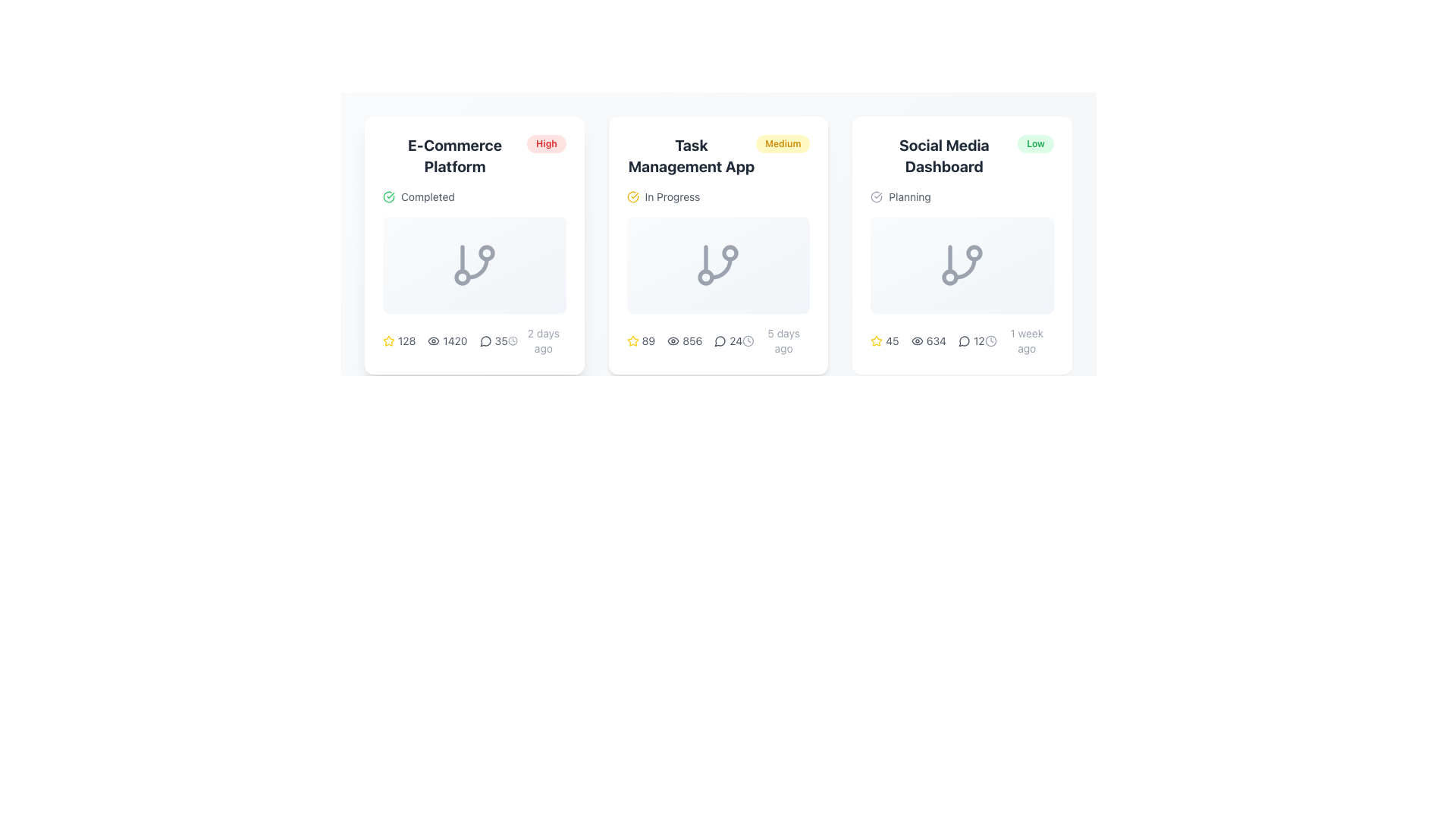 Image resolution: width=1456 pixels, height=819 pixels. What do you see at coordinates (673, 341) in the screenshot?
I see `the view count icon of the 'Task Management App' card, which is the leftmost component of a horizontal group containing an eye icon and text, located at the bottom of the card` at bounding box center [673, 341].